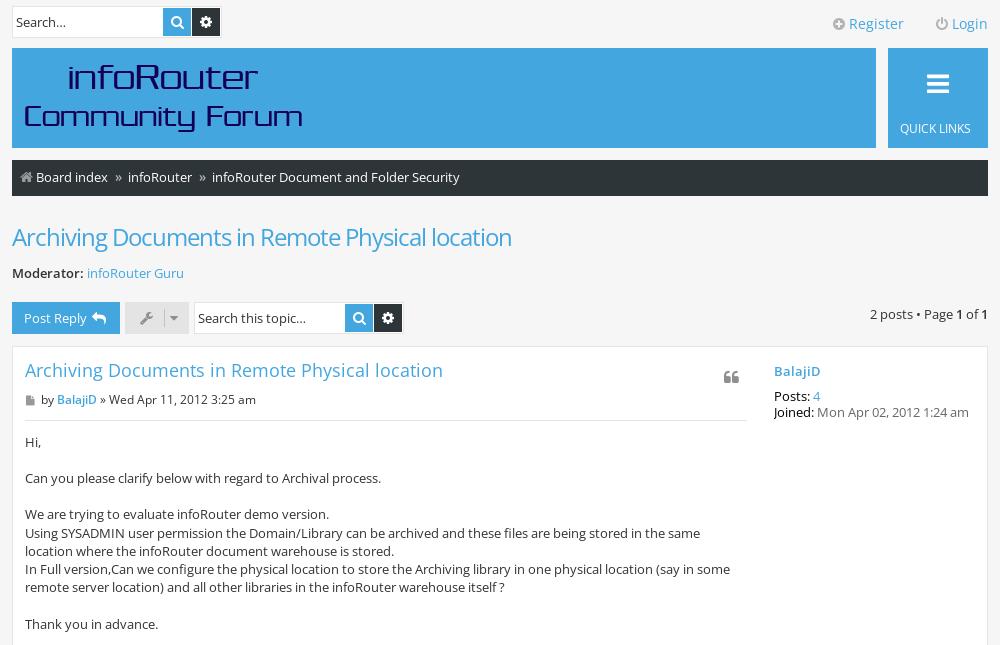 The image size is (1000, 645). I want to click on 'Hi,', so click(33, 440).